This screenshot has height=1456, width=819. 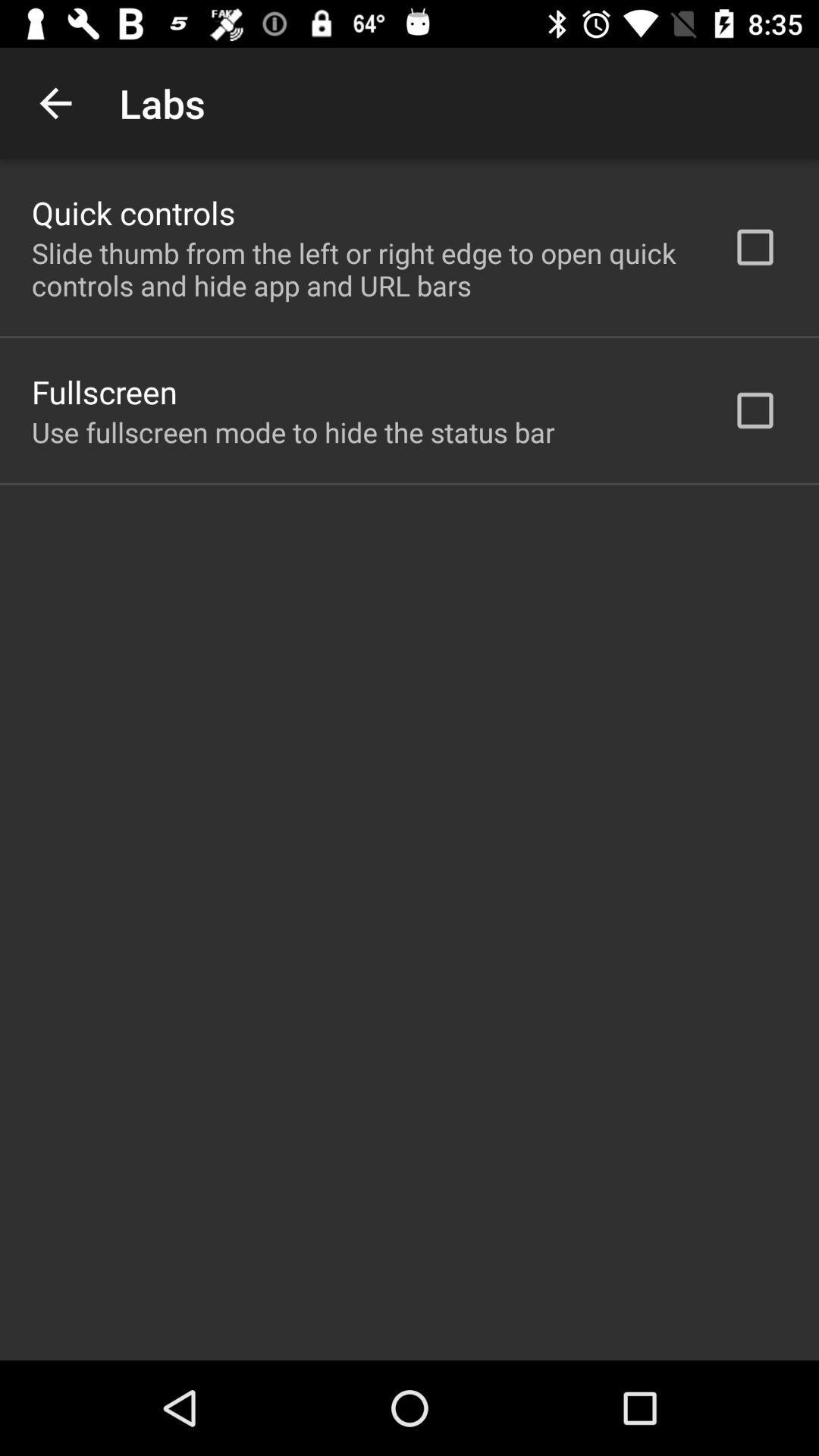 What do you see at coordinates (362, 269) in the screenshot?
I see `the slide thumb from icon` at bounding box center [362, 269].